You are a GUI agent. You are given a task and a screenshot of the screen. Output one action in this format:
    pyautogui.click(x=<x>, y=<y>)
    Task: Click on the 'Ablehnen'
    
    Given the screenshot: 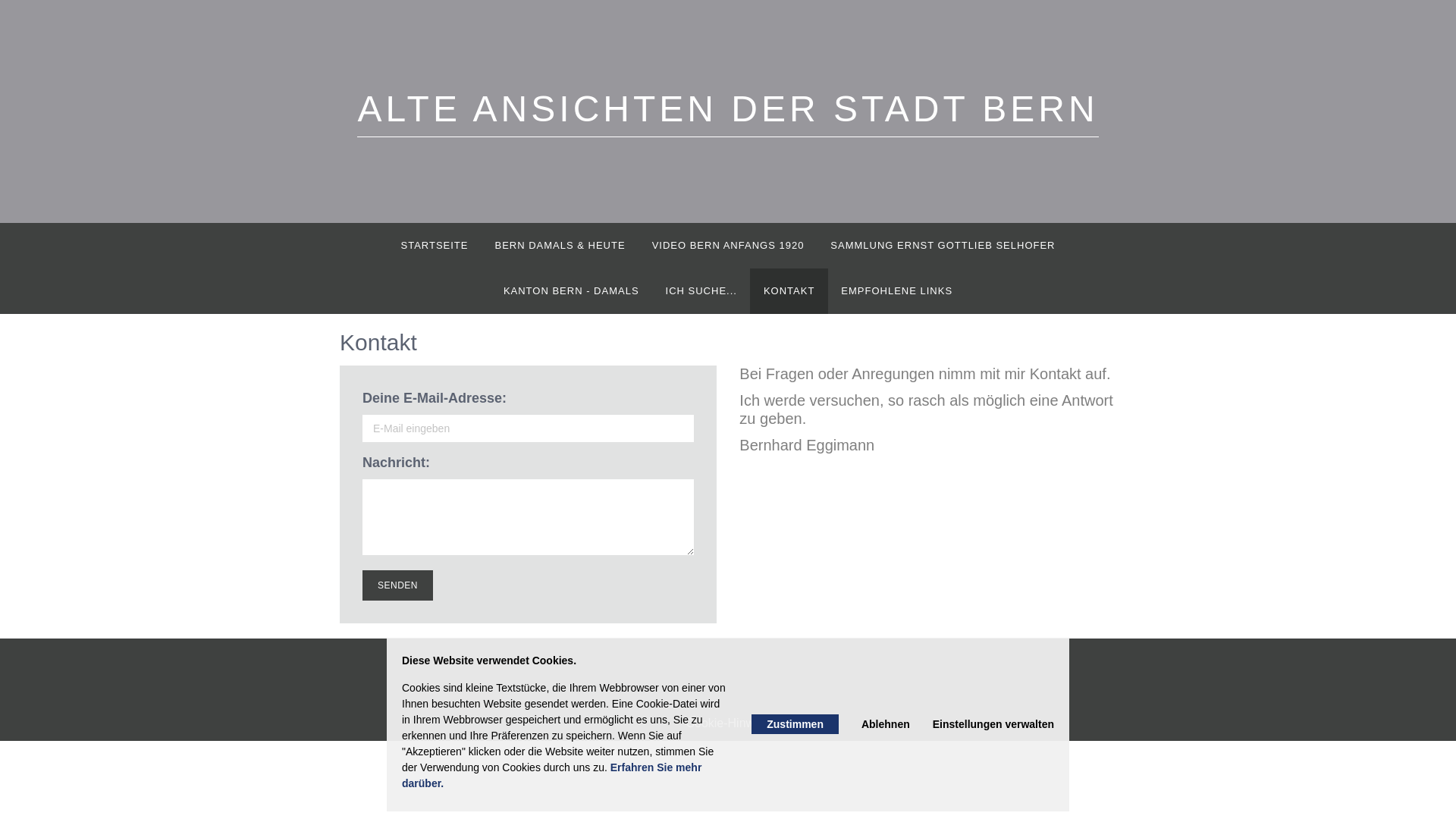 What is the action you would take?
    pyautogui.click(x=885, y=723)
    